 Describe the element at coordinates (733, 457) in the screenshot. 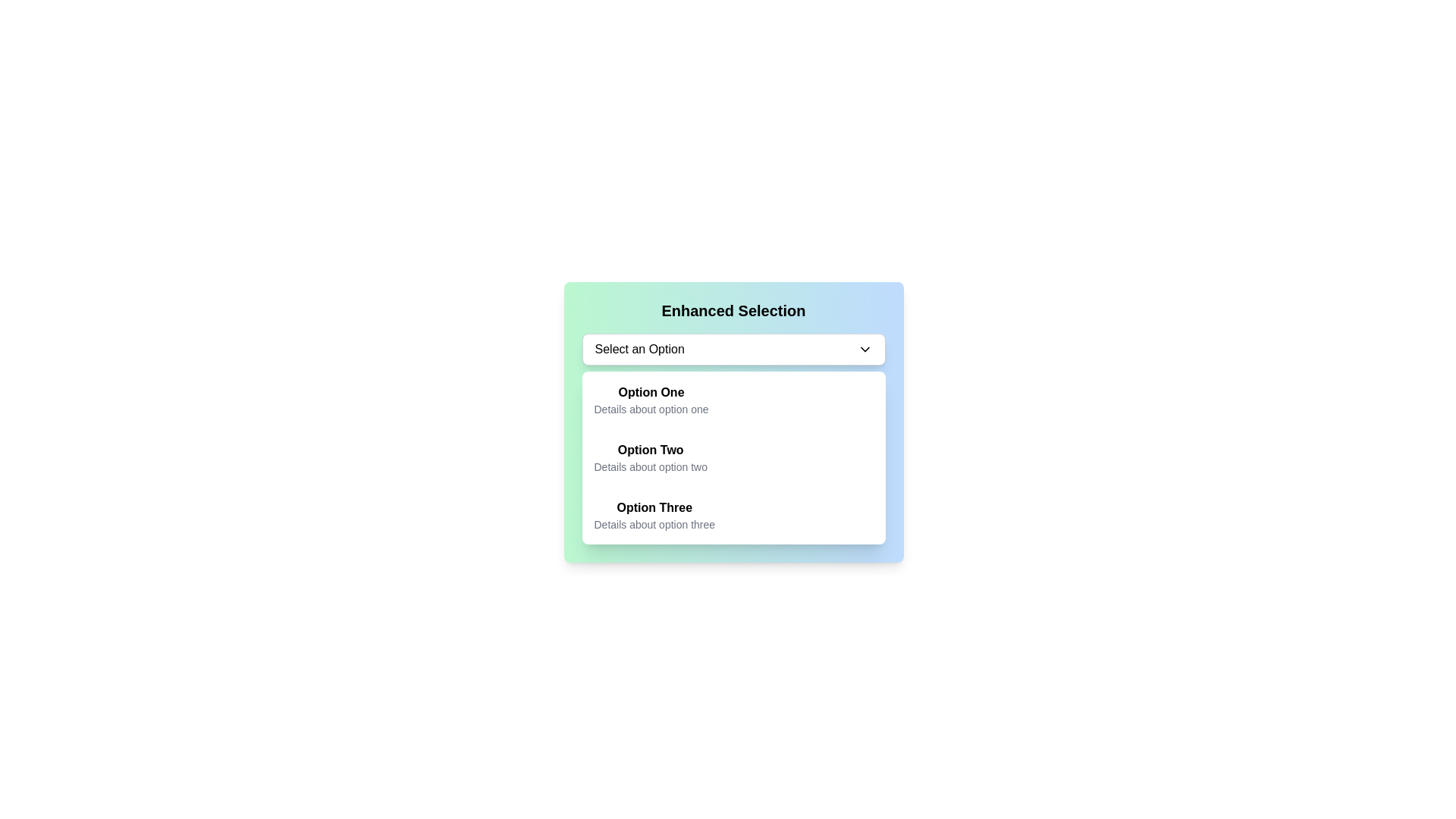

I see `the second selectable list item that displays 'Option Two' with details about it in a dropdown menu` at that location.